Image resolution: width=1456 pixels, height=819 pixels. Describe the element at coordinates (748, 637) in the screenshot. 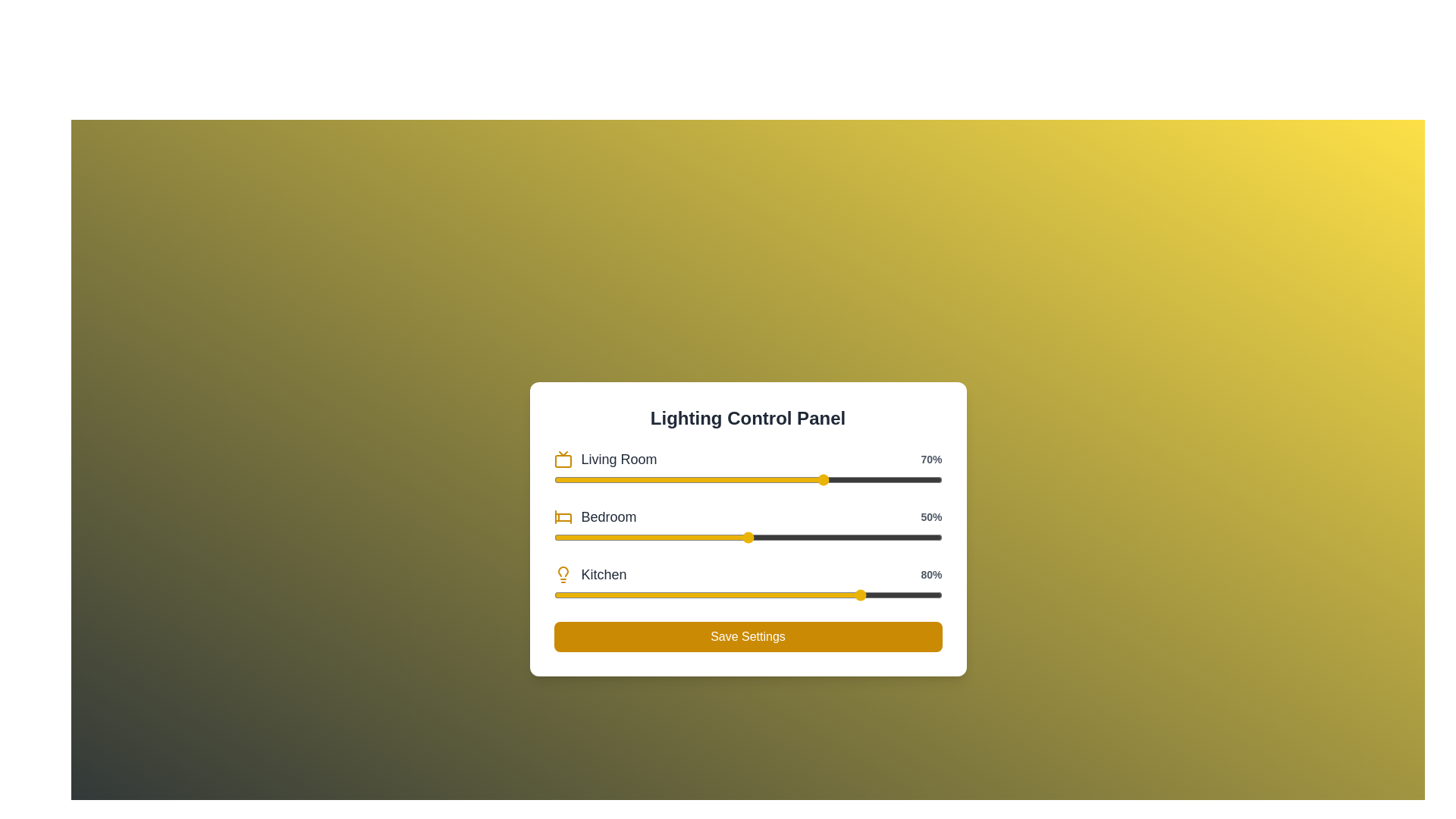

I see `the 'Save Settings' button` at that location.